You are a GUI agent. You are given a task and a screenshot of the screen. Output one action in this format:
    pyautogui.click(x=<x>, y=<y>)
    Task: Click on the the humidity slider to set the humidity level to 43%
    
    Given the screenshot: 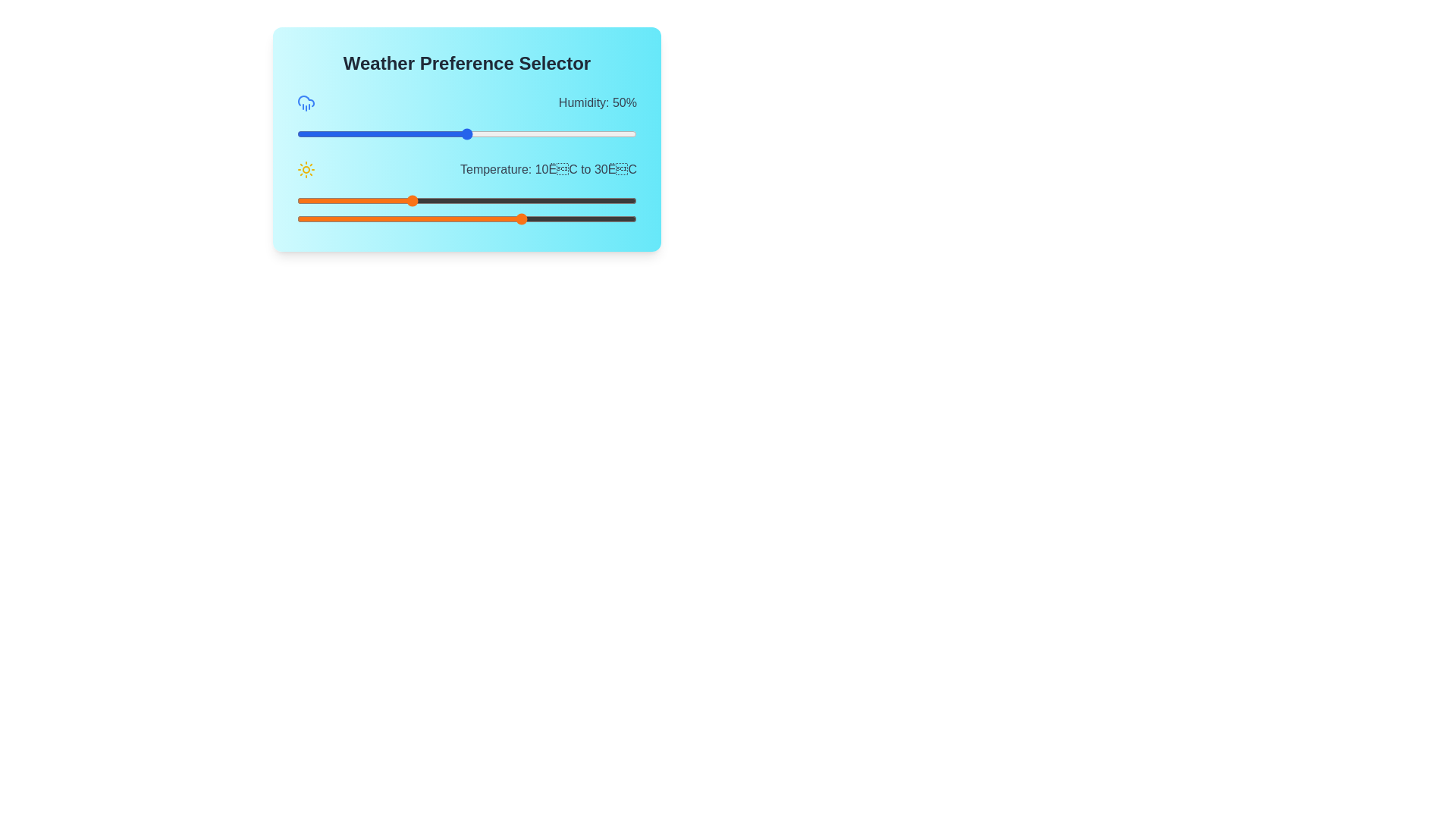 What is the action you would take?
    pyautogui.click(x=442, y=133)
    